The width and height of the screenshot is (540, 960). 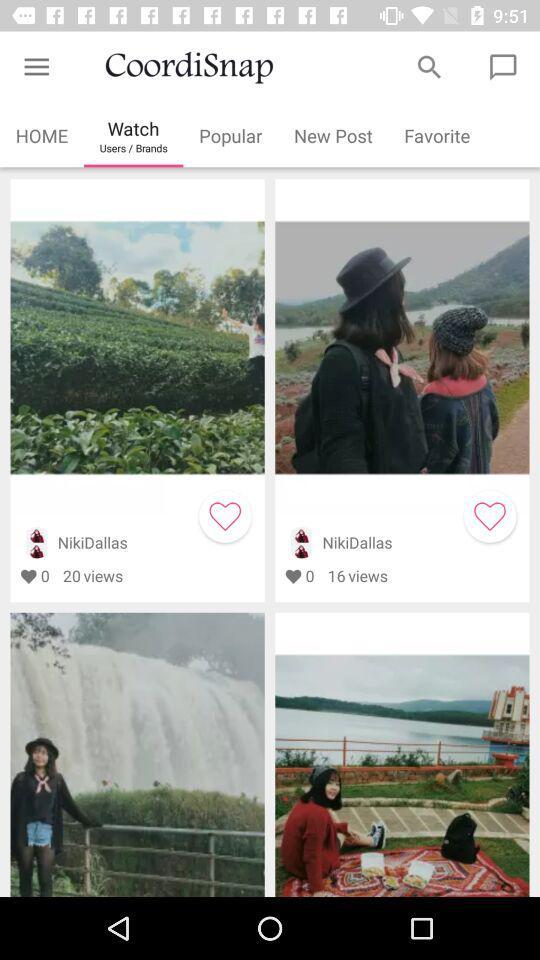 What do you see at coordinates (36, 67) in the screenshot?
I see `the item above home` at bounding box center [36, 67].